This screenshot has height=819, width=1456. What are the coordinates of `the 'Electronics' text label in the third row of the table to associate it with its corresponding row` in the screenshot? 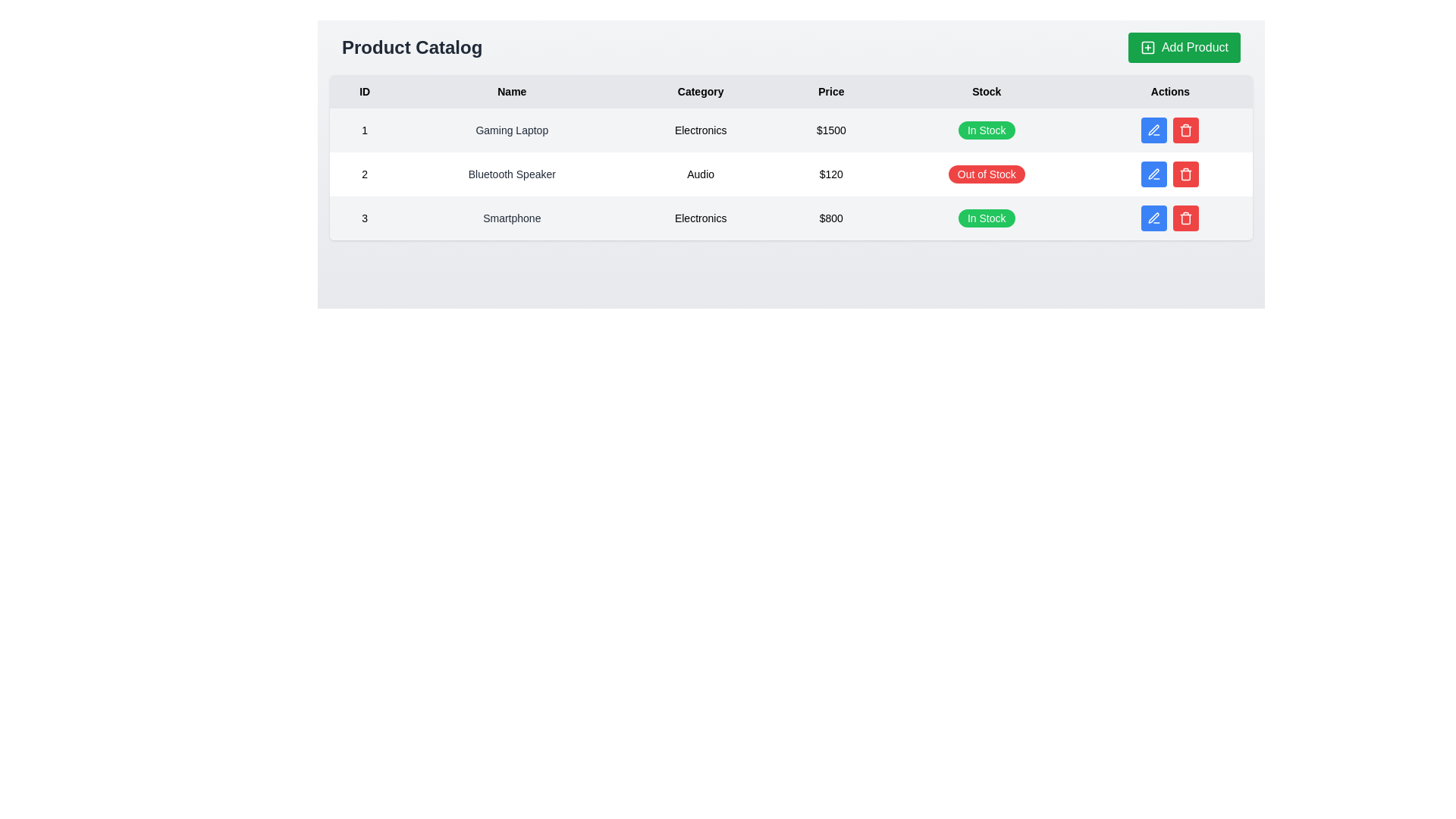 It's located at (700, 218).